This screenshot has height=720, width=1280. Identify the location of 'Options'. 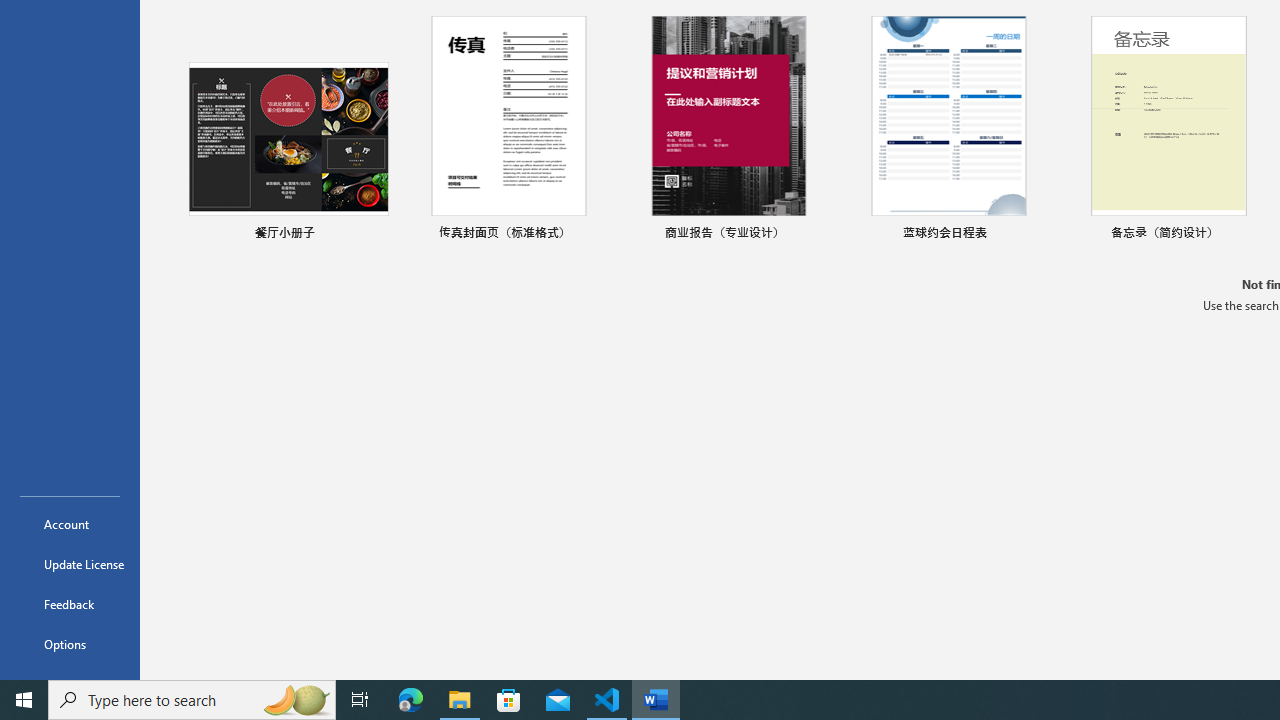
(69, 644).